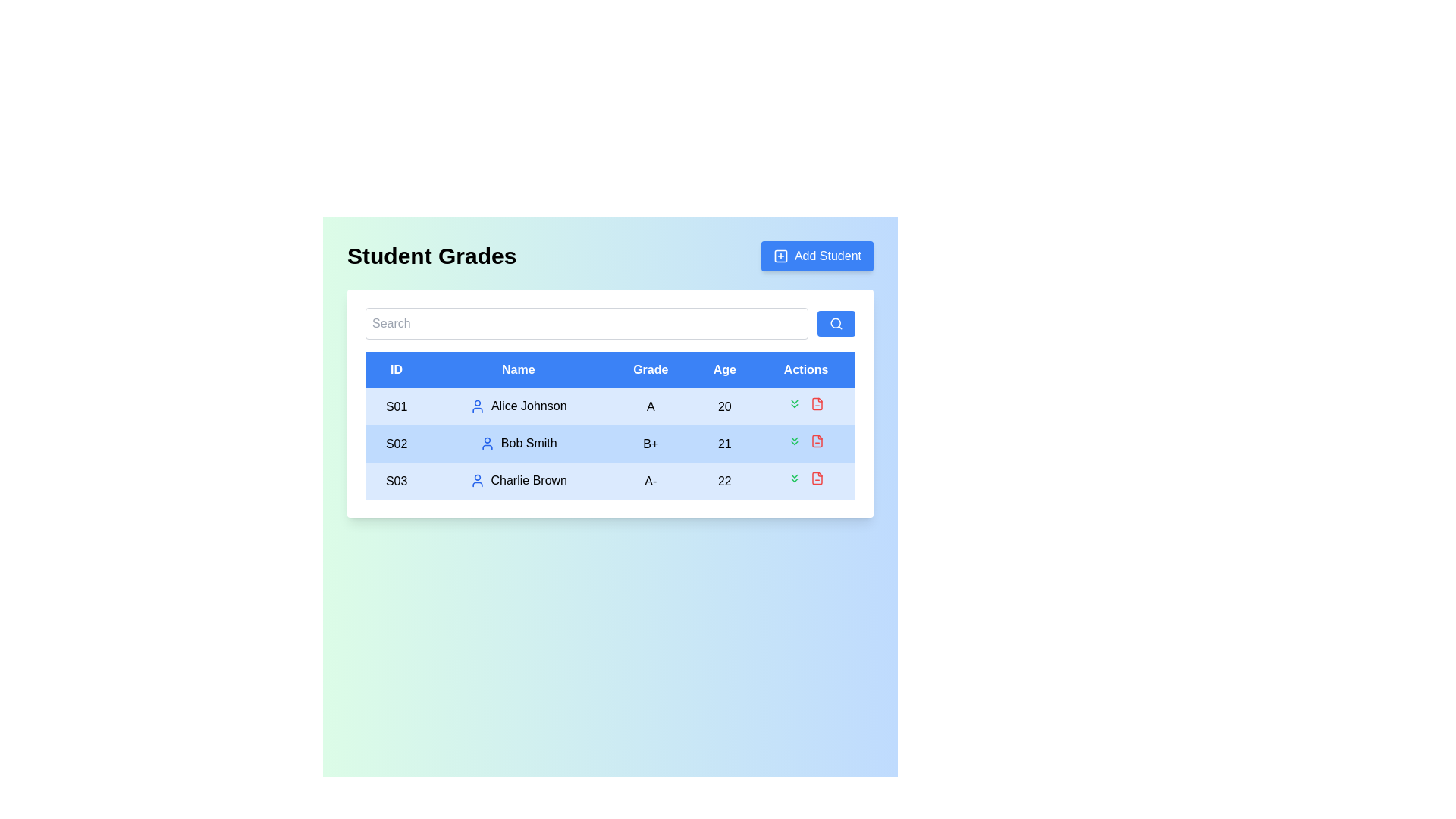 This screenshot has width=1456, height=819. Describe the element at coordinates (397, 444) in the screenshot. I see `the text field displaying the identifier 'S02' located in the second row of the table under the 'ID' column` at that location.